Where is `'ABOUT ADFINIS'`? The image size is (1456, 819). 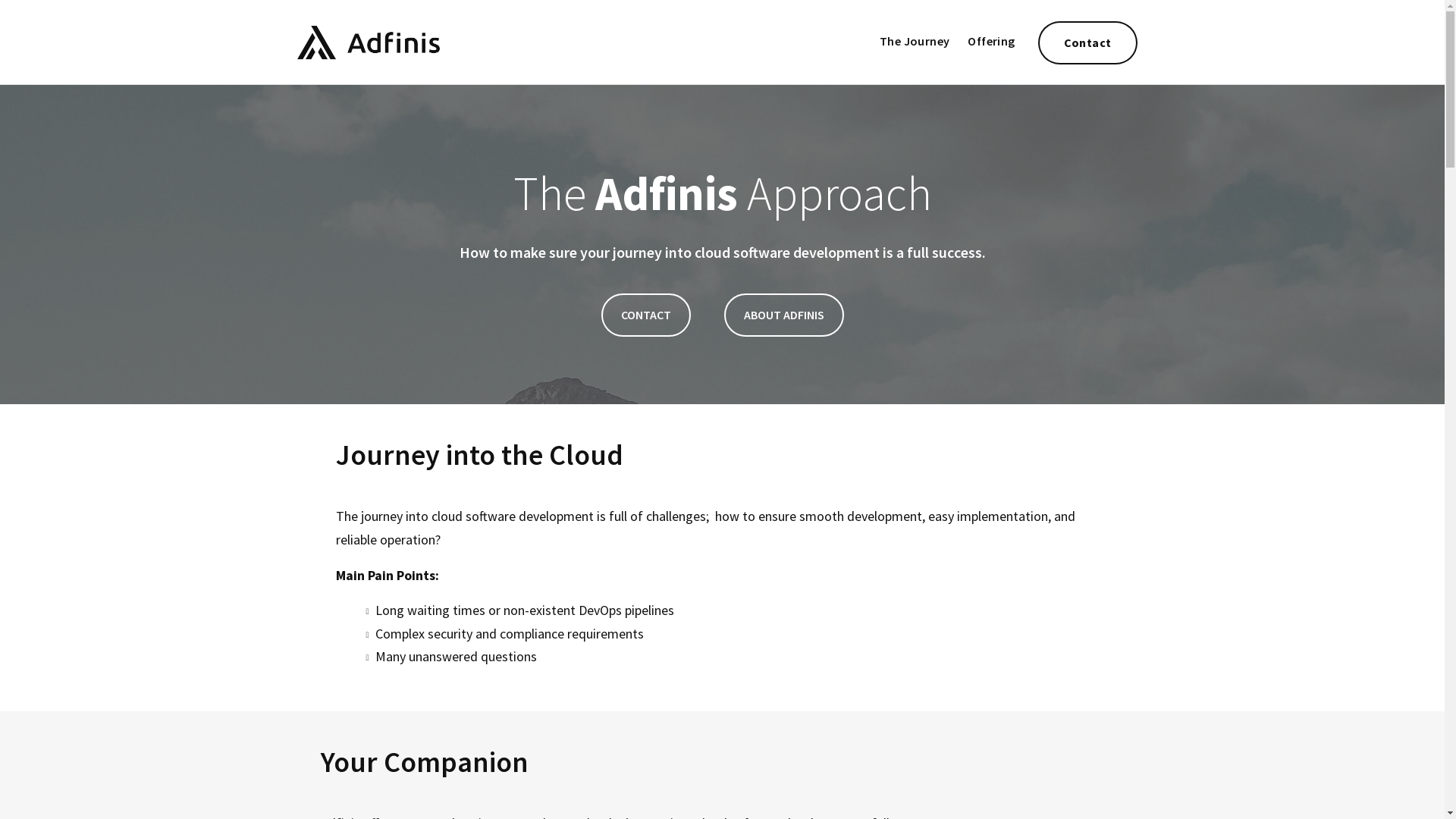 'ABOUT ADFINIS' is located at coordinates (783, 314).